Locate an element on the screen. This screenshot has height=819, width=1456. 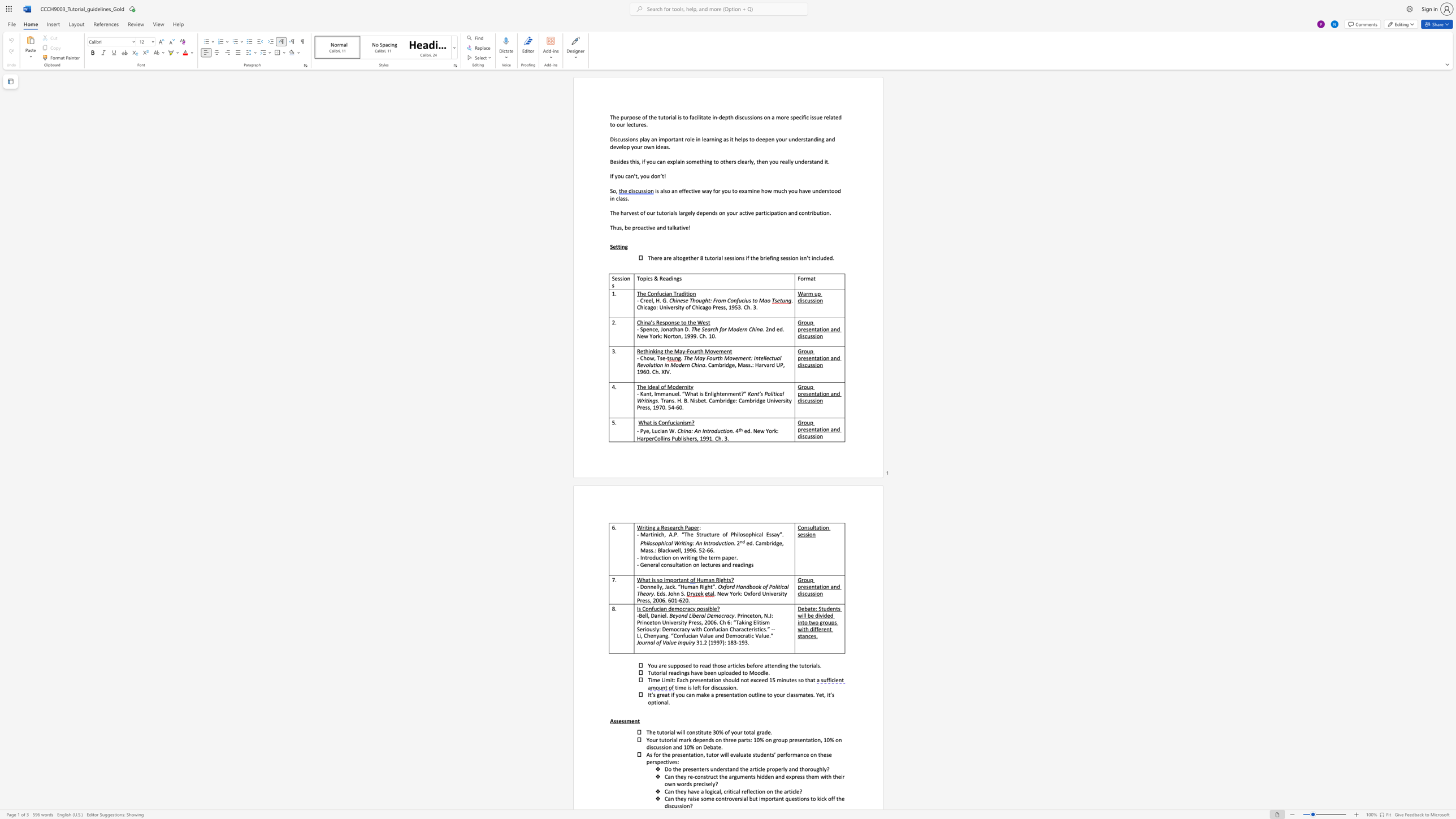
the subset text "Pape" within the text "a Research Paper" is located at coordinates (684, 527).